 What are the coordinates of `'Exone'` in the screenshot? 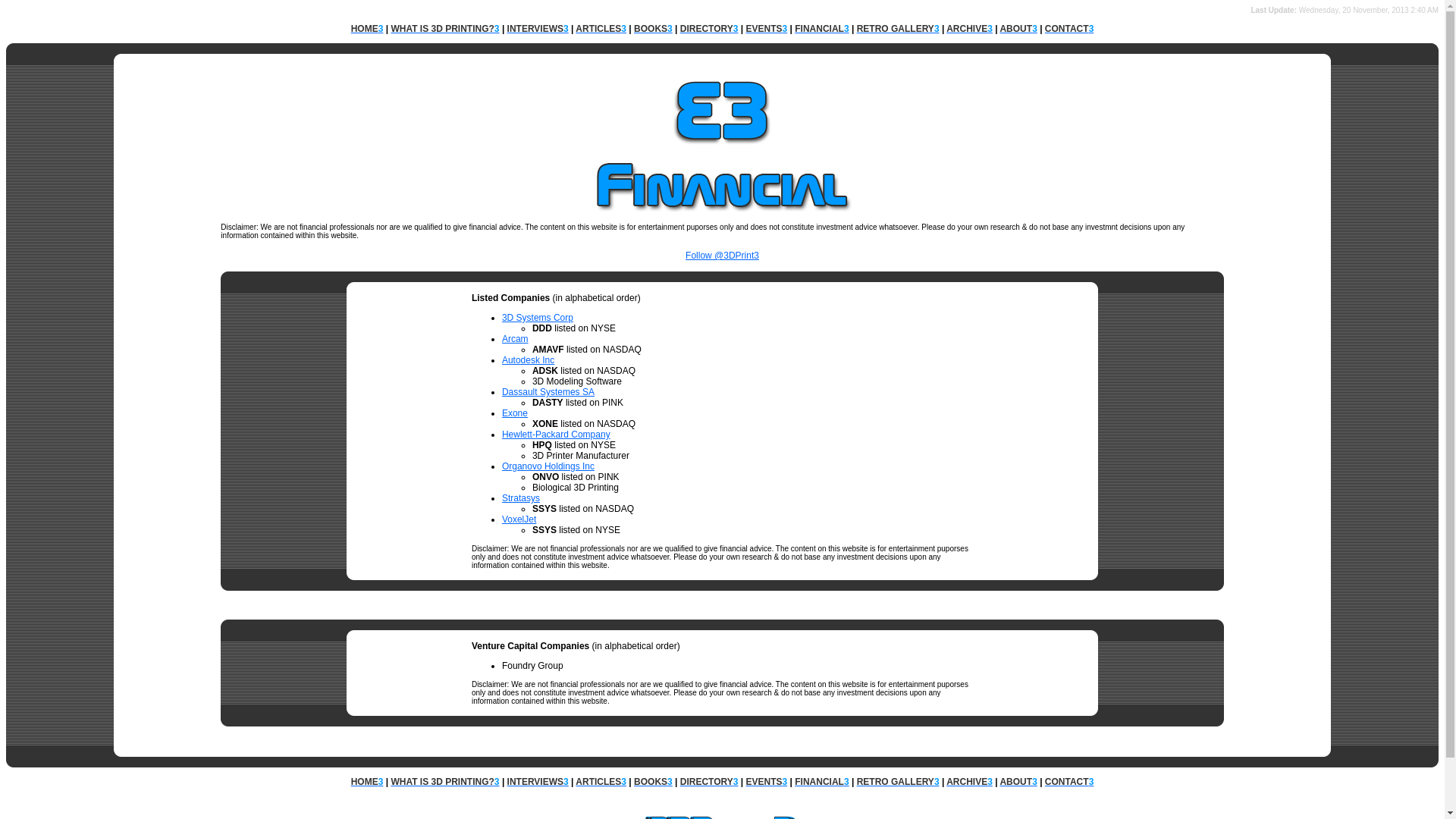 It's located at (502, 413).